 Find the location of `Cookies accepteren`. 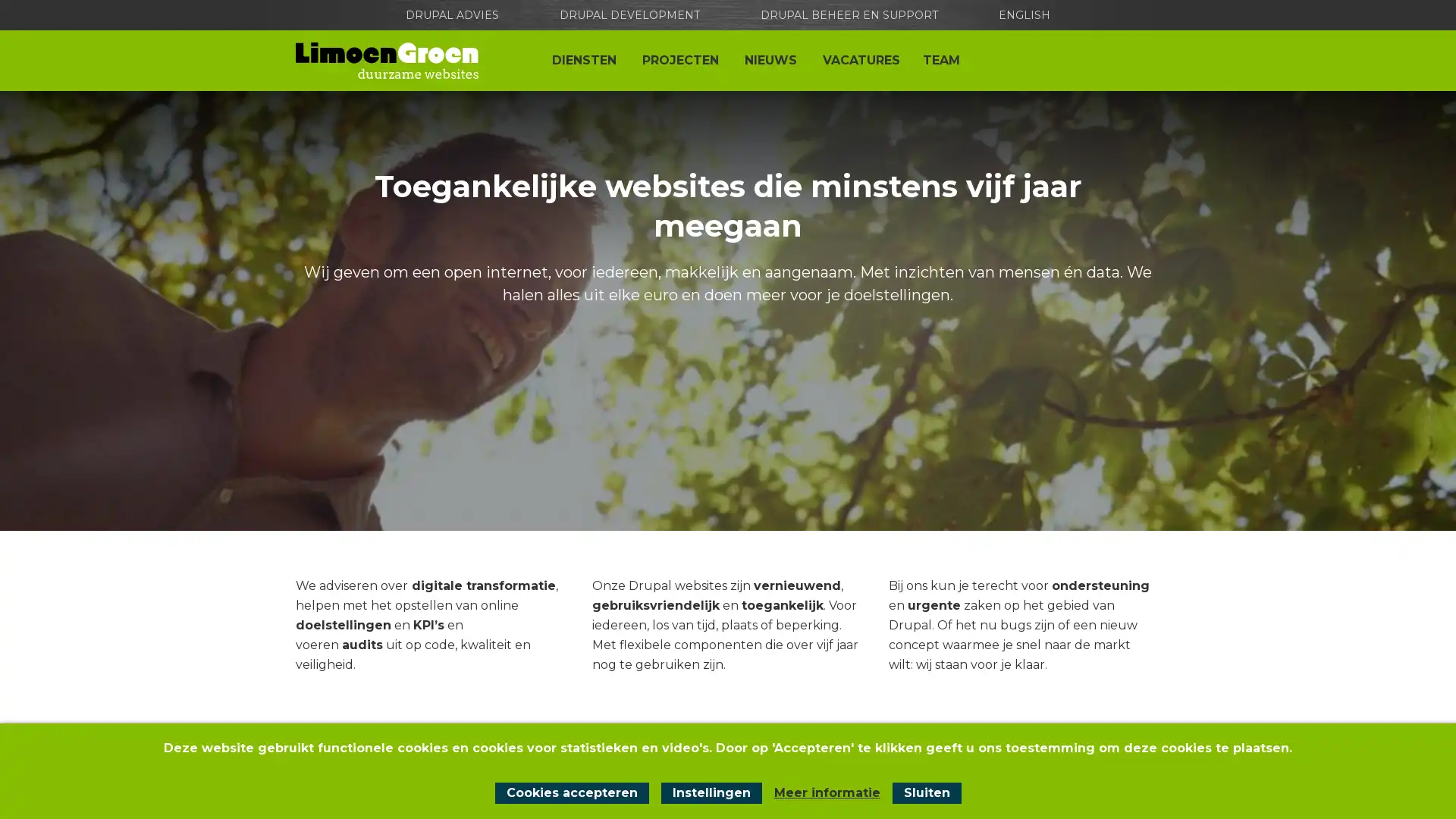

Cookies accepteren is located at coordinates (570, 792).